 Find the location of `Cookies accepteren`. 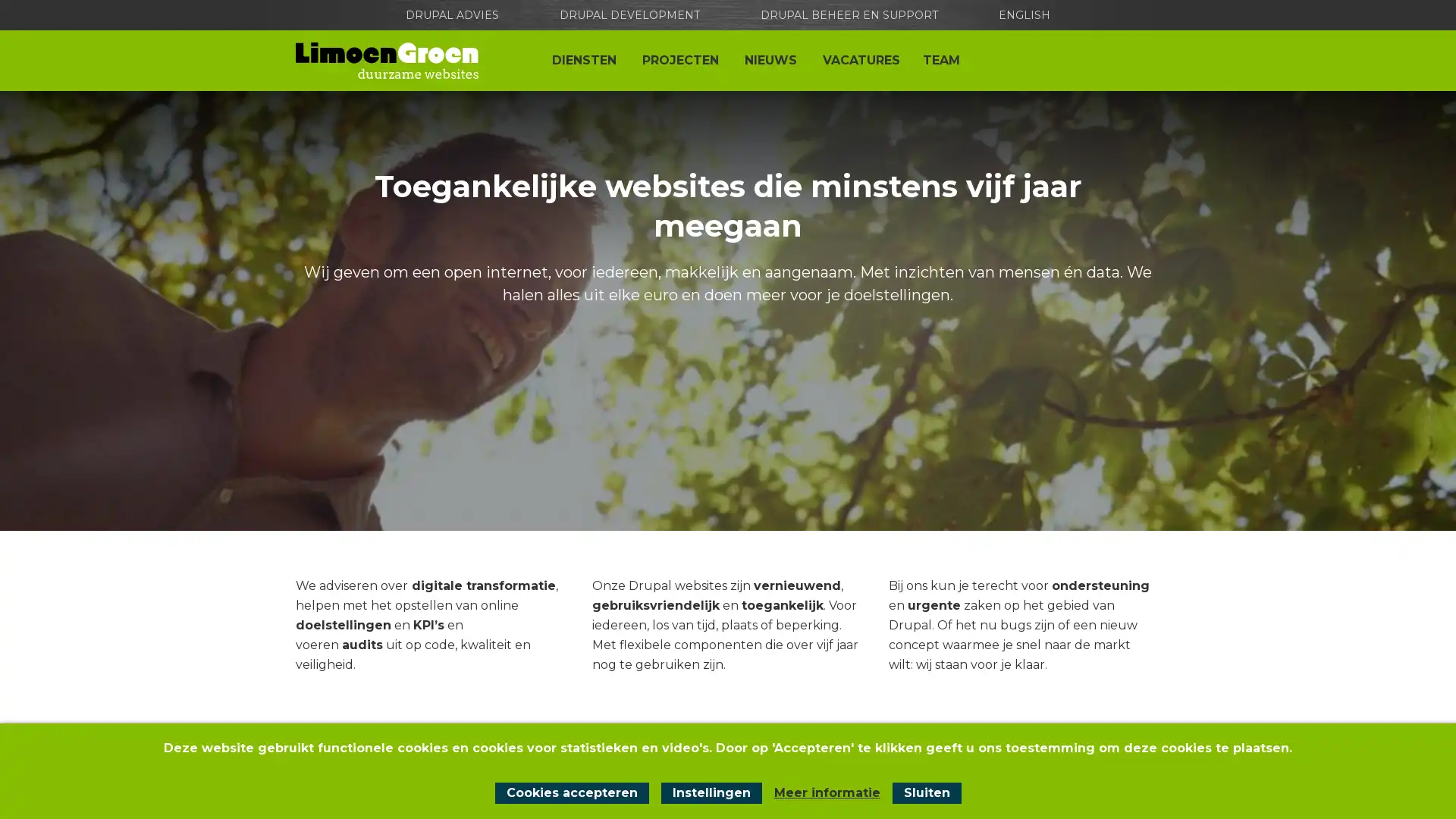

Cookies accepteren is located at coordinates (570, 792).